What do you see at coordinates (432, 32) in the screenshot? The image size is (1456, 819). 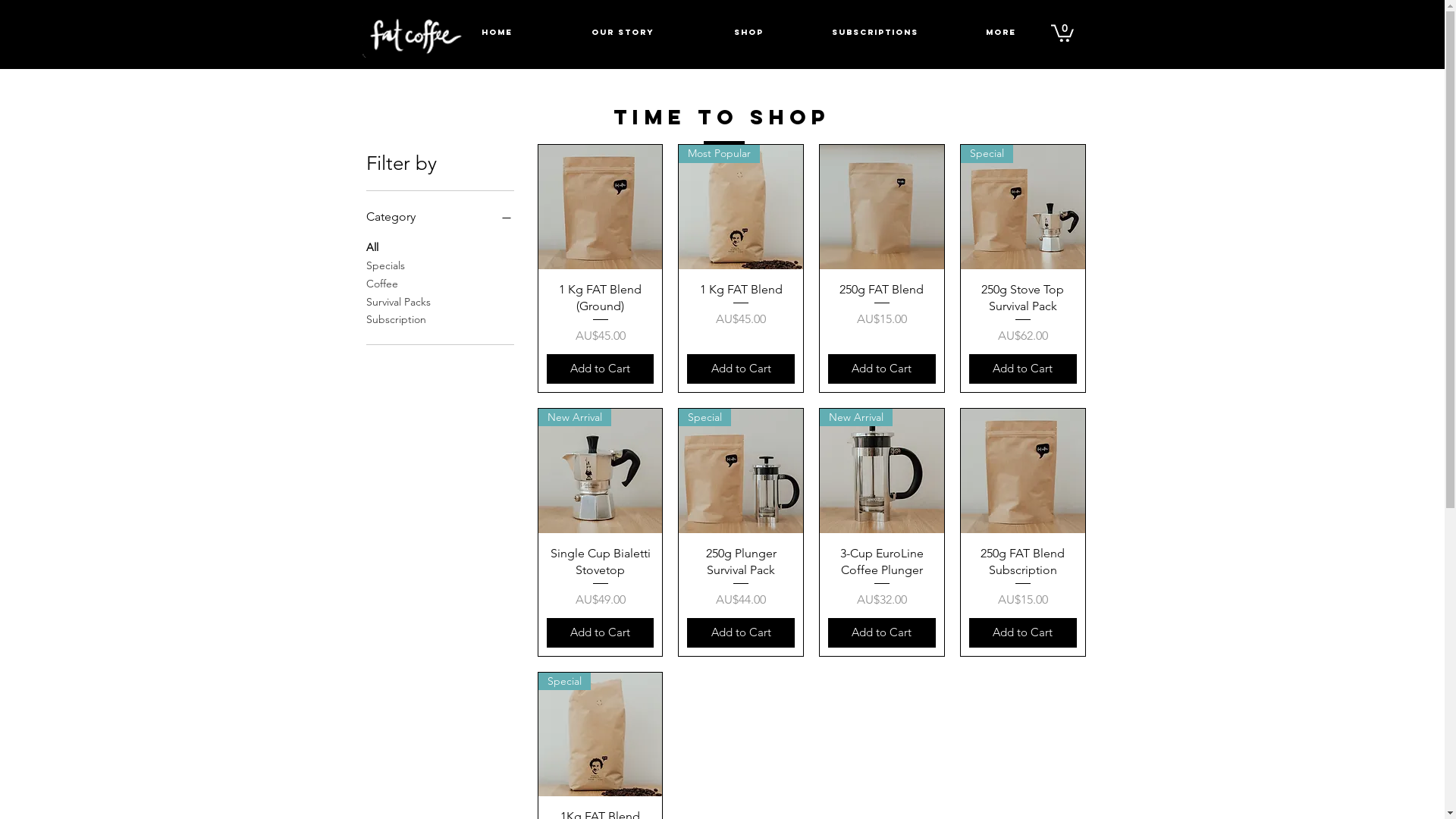 I see `'HOME'` at bounding box center [432, 32].